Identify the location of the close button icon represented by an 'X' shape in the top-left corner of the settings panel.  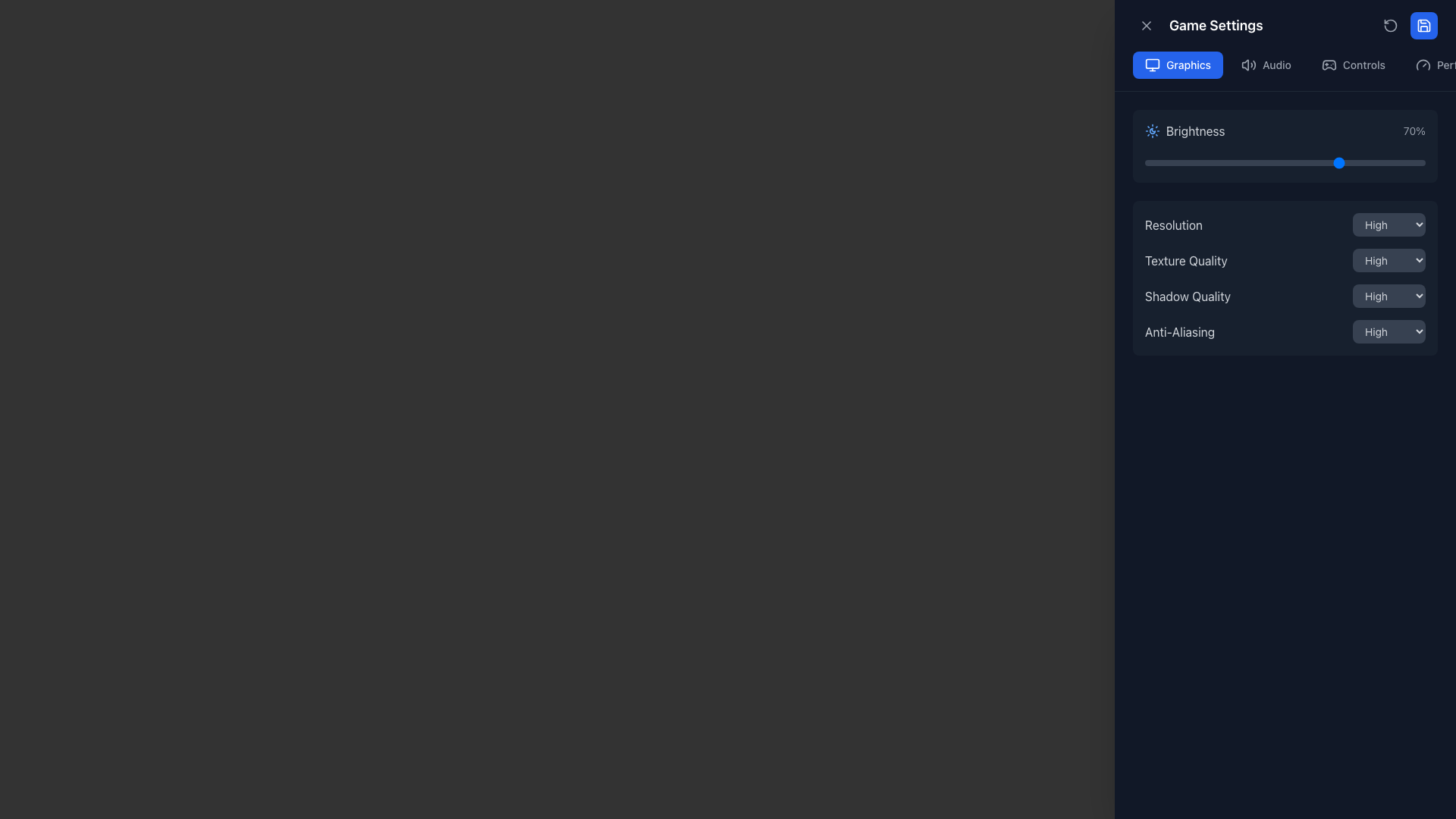
(1147, 26).